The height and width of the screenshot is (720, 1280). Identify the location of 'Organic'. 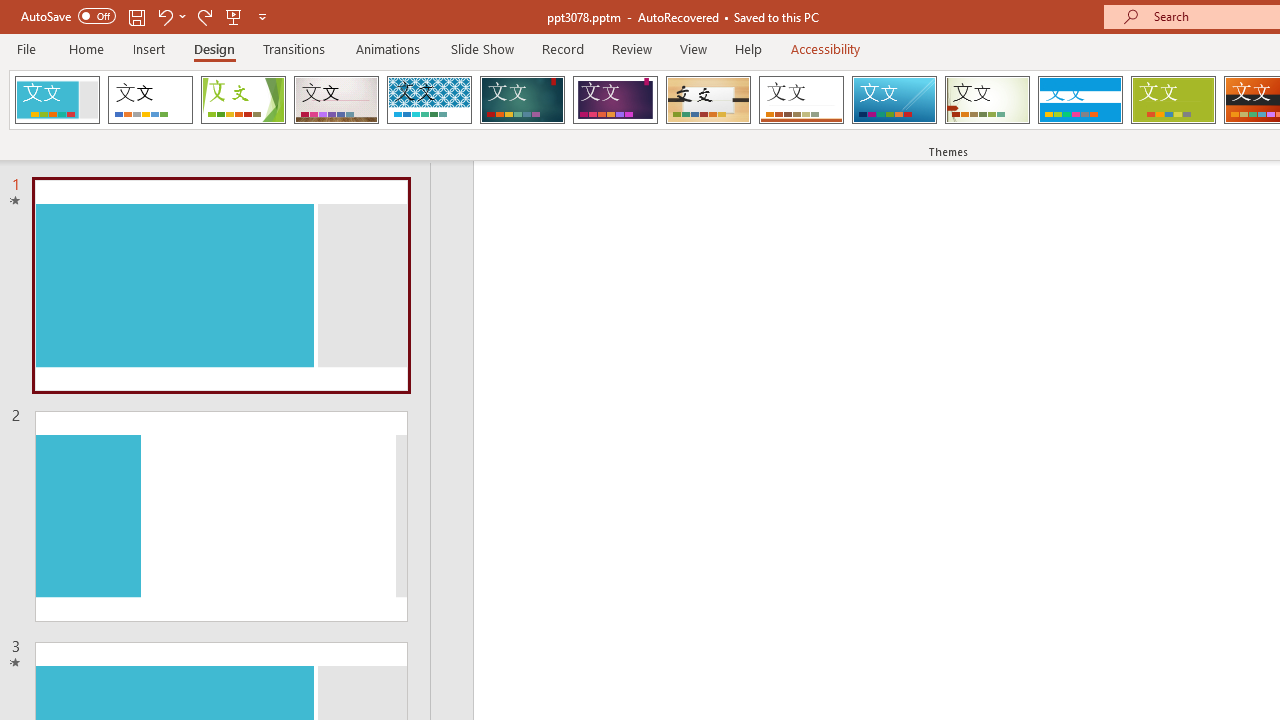
(708, 100).